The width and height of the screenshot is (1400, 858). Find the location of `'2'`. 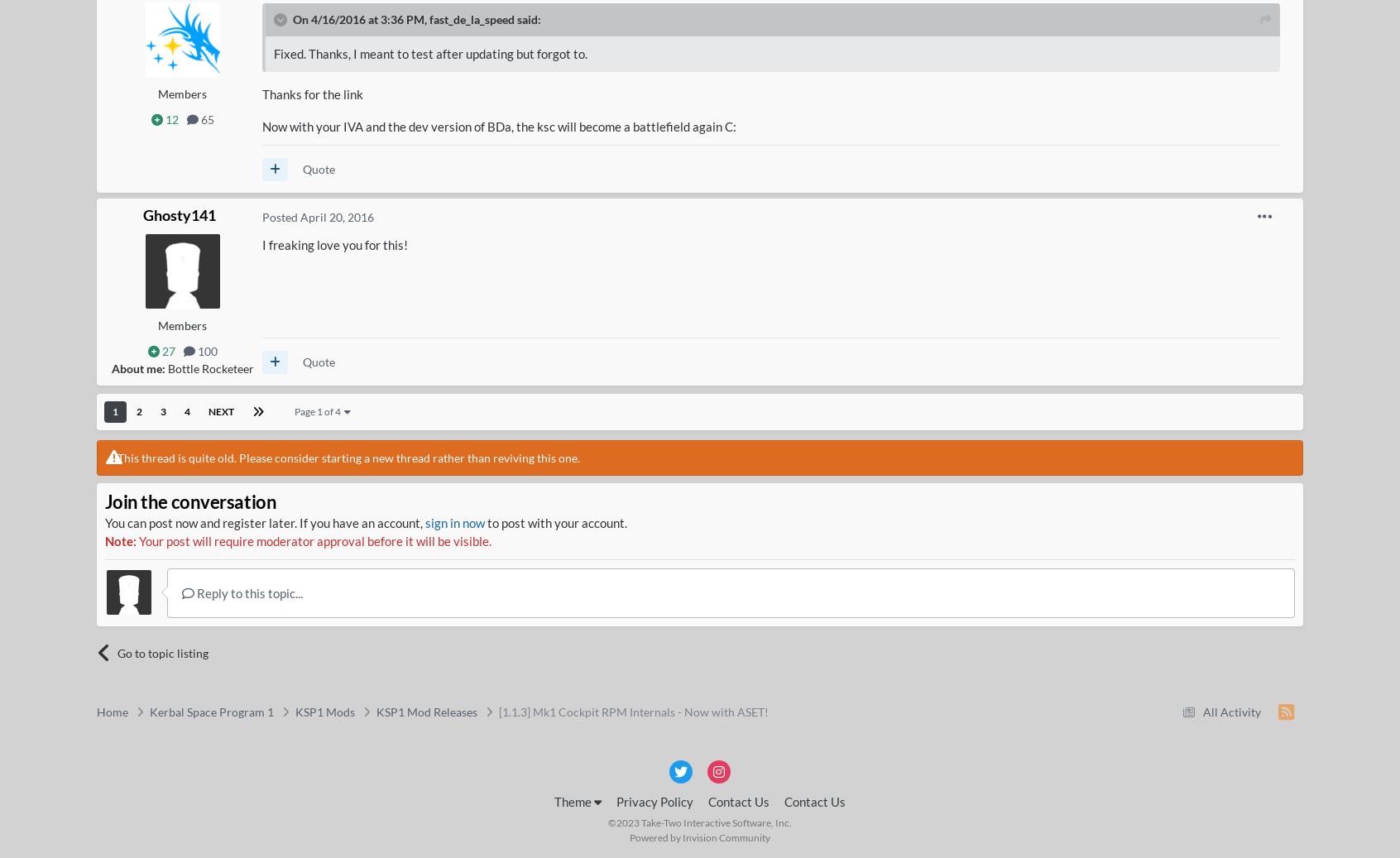

'2' is located at coordinates (137, 410).